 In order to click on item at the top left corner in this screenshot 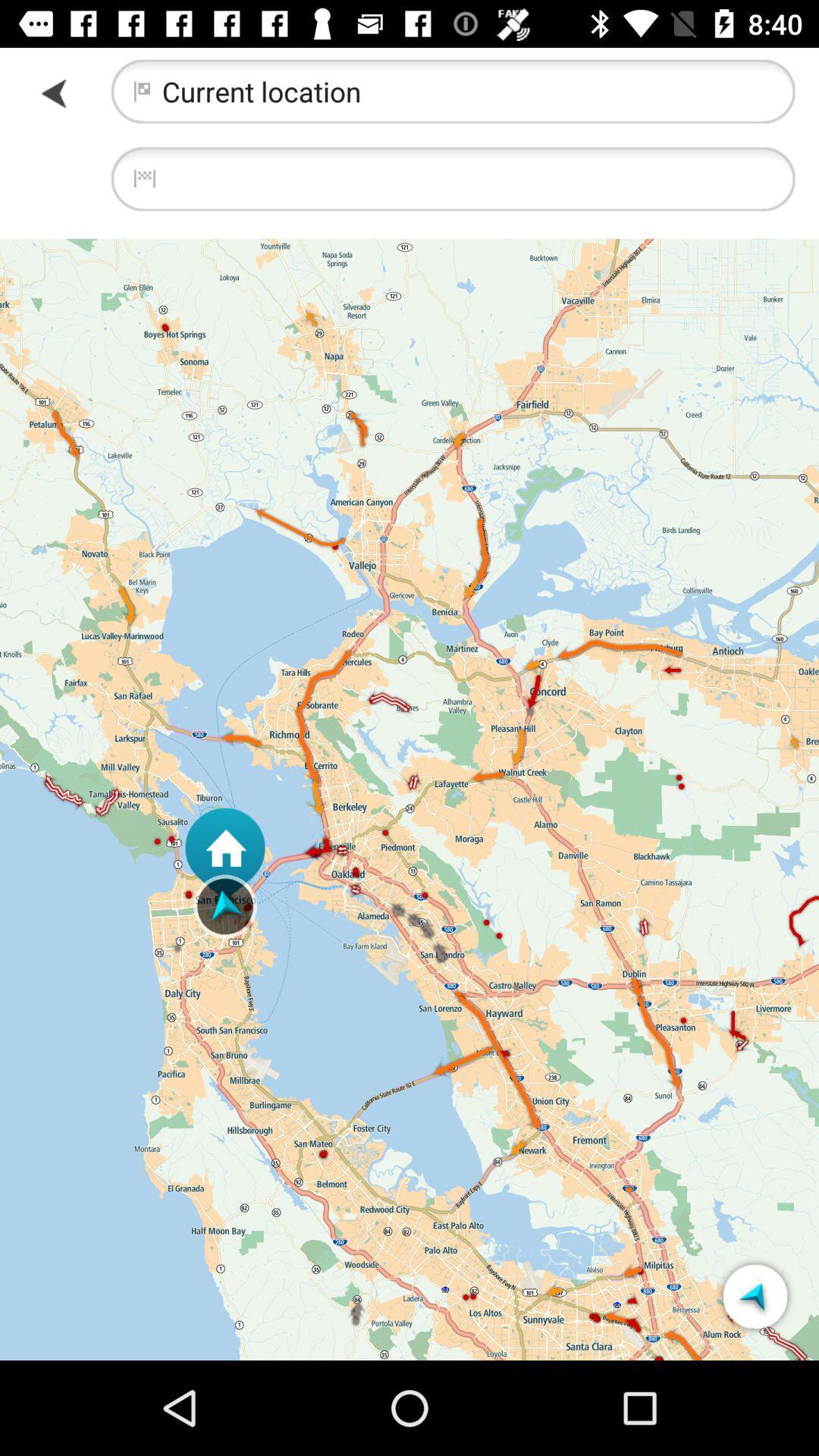, I will do `click(55, 92)`.